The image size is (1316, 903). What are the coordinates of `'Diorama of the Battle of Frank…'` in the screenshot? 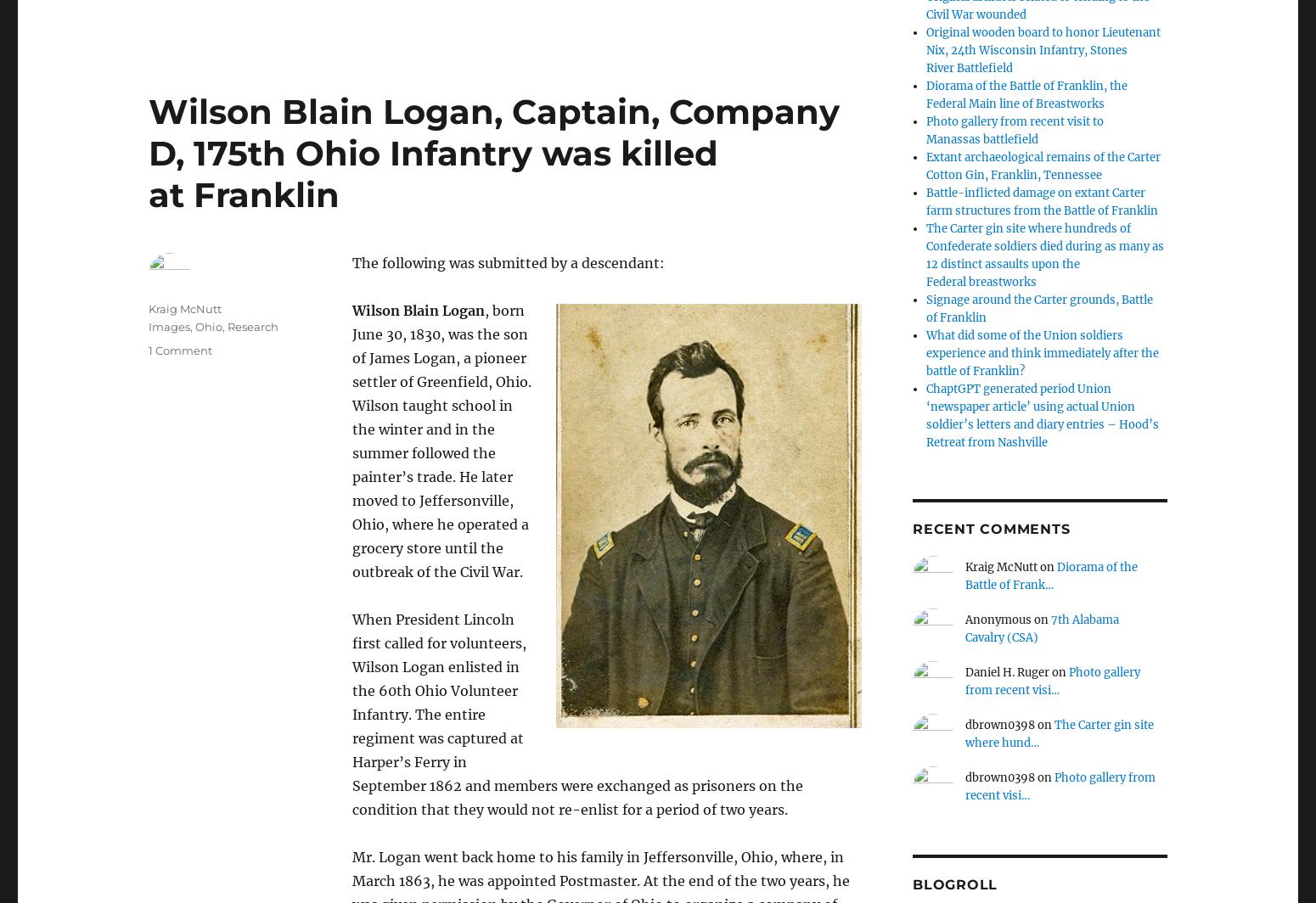 It's located at (1051, 575).